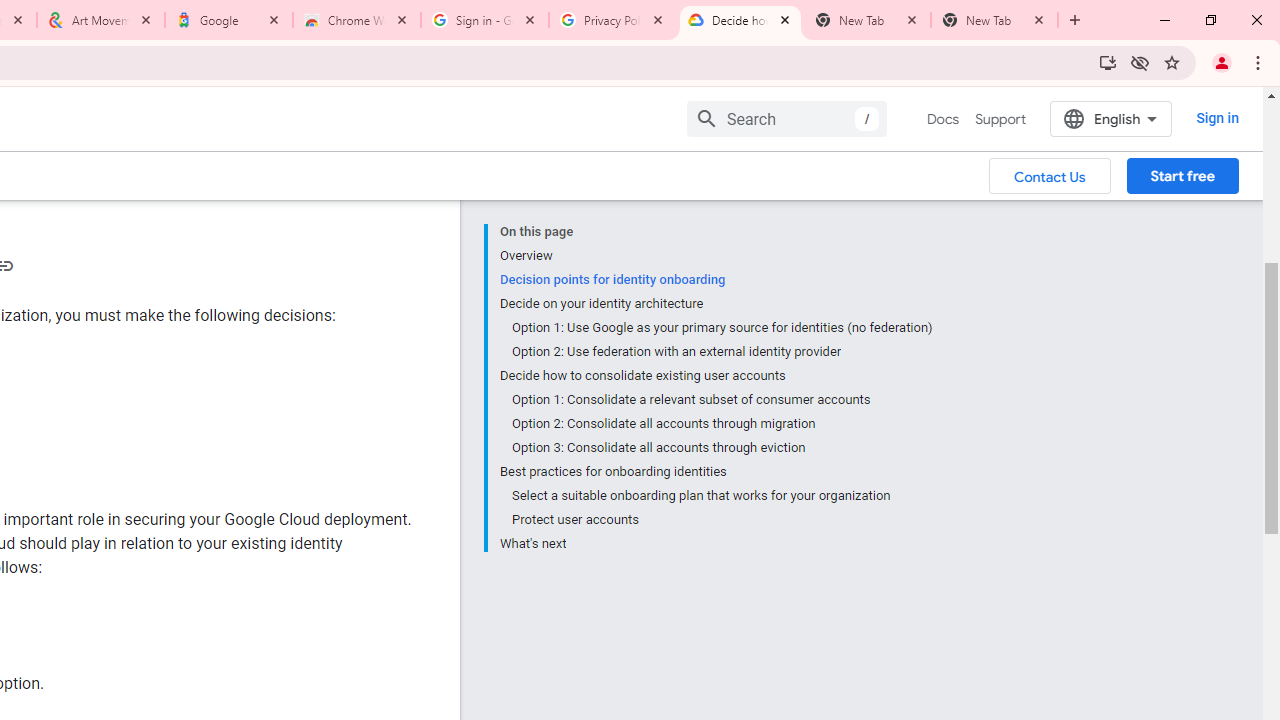  Describe the element at coordinates (1106, 61) in the screenshot. I see `'Install Google Cloud'` at that location.